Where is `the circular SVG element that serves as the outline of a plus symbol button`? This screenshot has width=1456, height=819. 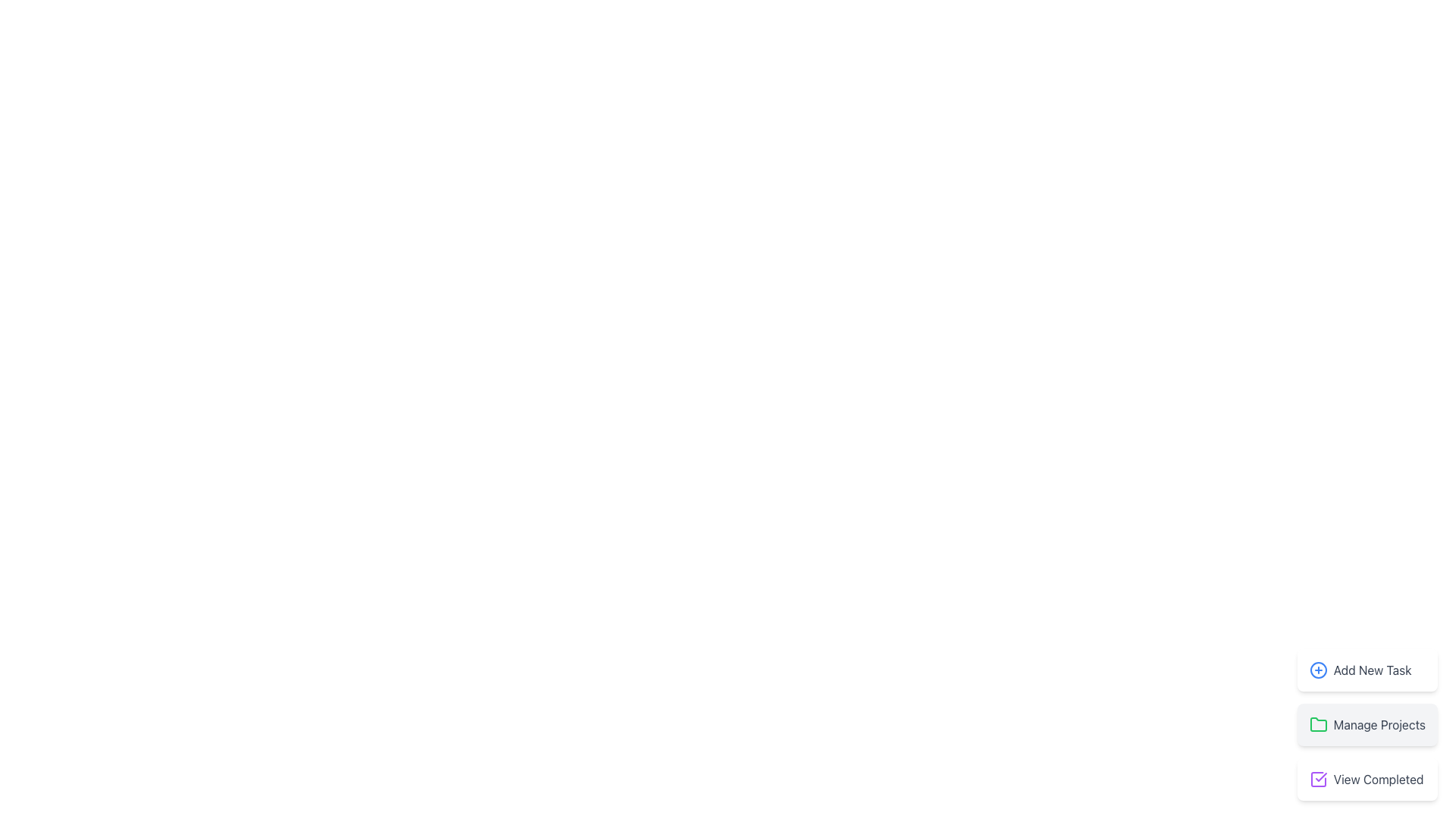
the circular SVG element that serves as the outline of a plus symbol button is located at coordinates (1316, 669).